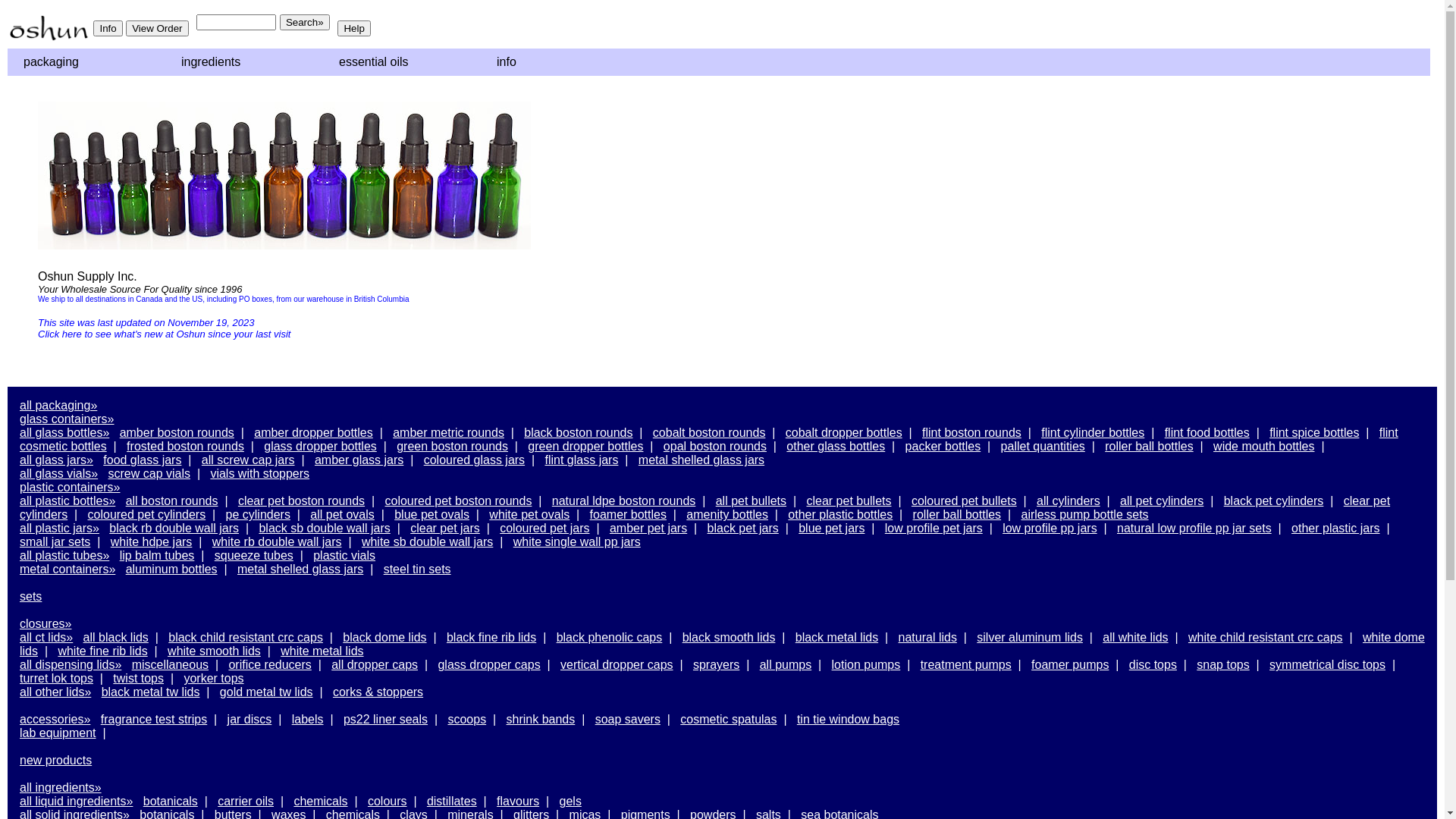 The width and height of the screenshot is (1456, 819). What do you see at coordinates (751, 500) in the screenshot?
I see `'all pet bullets'` at bounding box center [751, 500].